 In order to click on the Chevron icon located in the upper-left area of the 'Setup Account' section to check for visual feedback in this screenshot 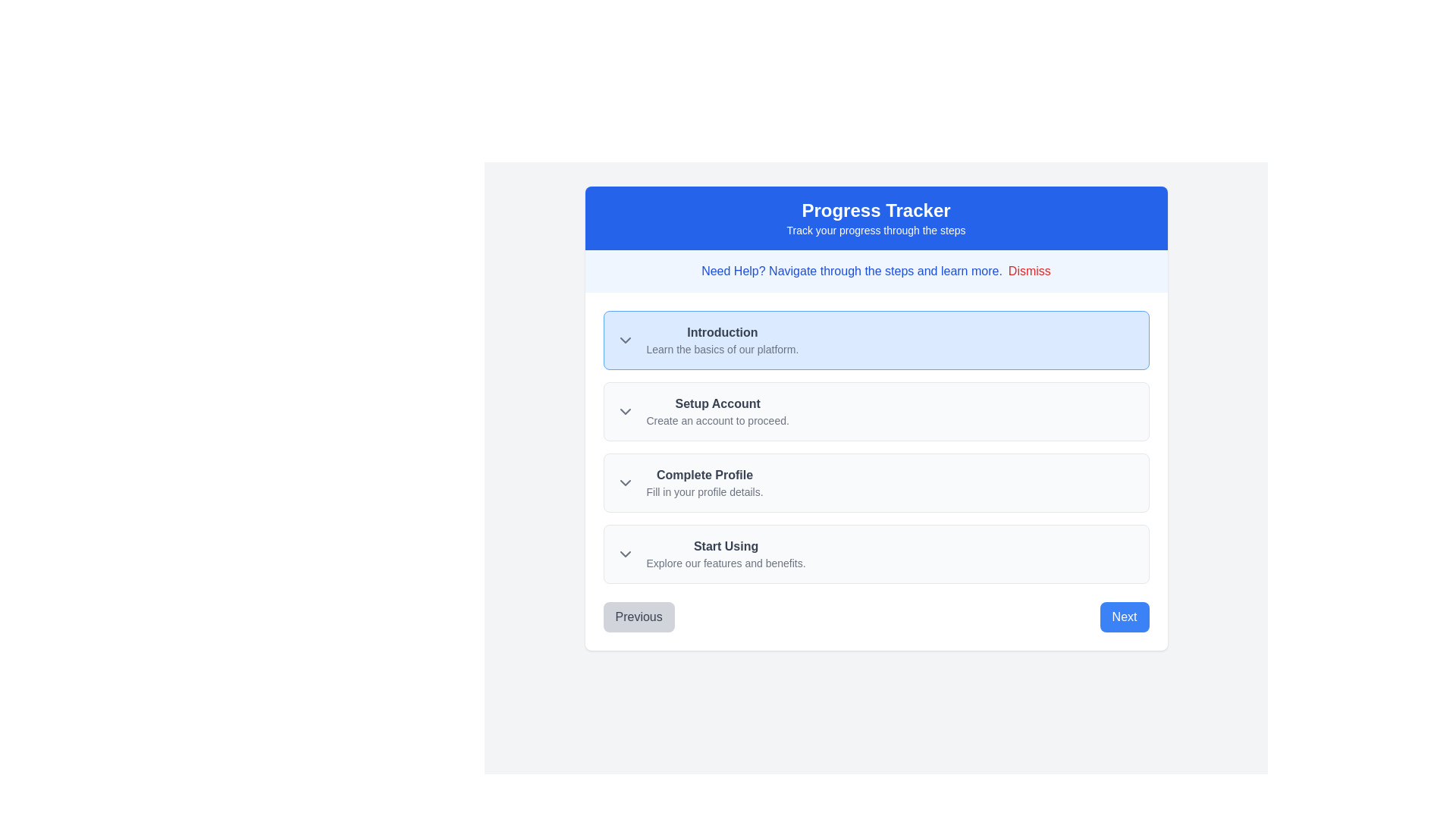, I will do `click(625, 412)`.